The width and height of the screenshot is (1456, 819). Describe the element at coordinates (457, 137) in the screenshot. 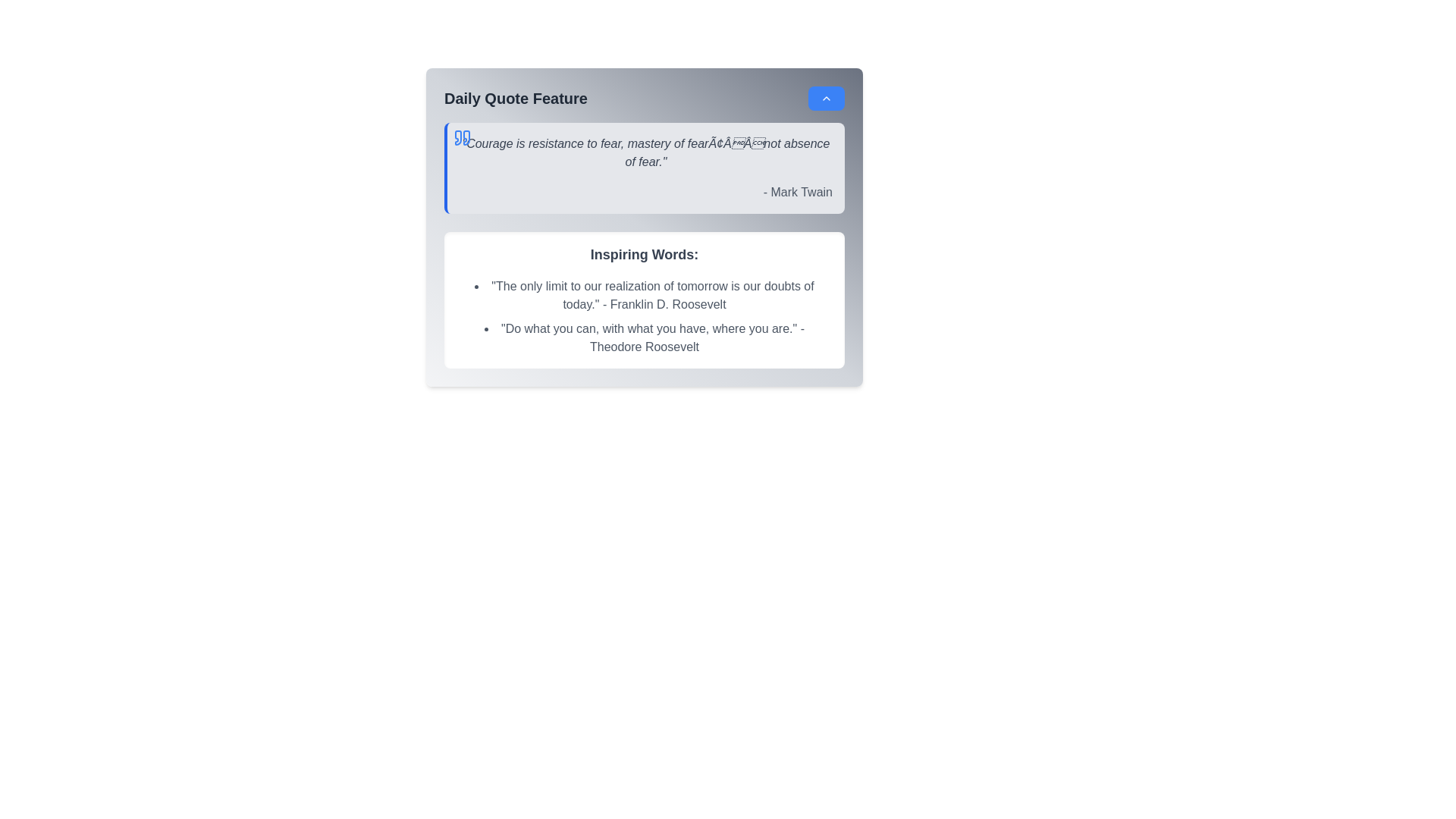

I see `the small blue quotation mark icon located at the top left corner of the text box containing 'Courage is resistance to fear...'` at that location.